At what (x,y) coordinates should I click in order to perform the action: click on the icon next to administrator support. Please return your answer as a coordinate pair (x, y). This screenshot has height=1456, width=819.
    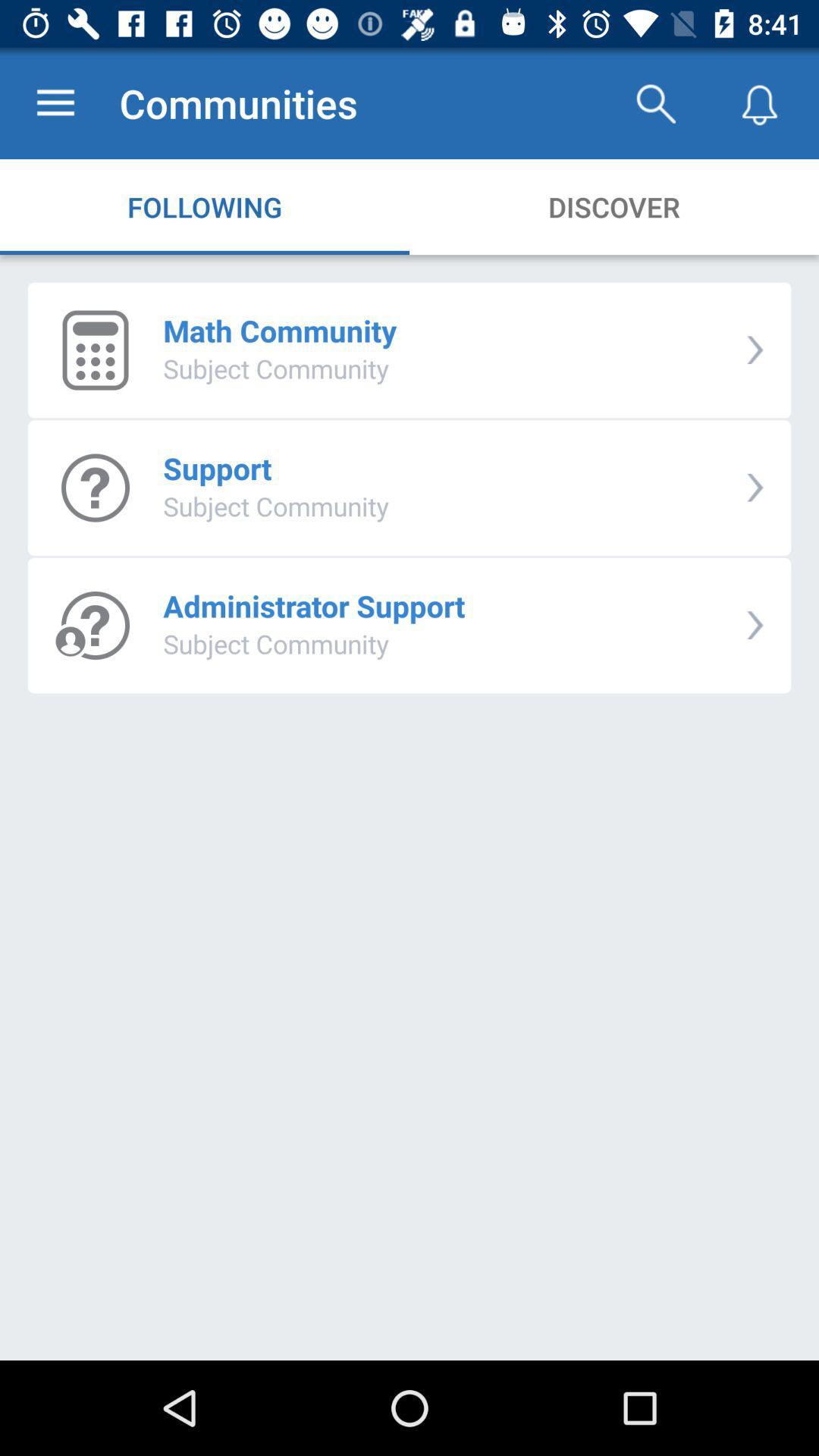
    Looking at the image, I should click on (755, 625).